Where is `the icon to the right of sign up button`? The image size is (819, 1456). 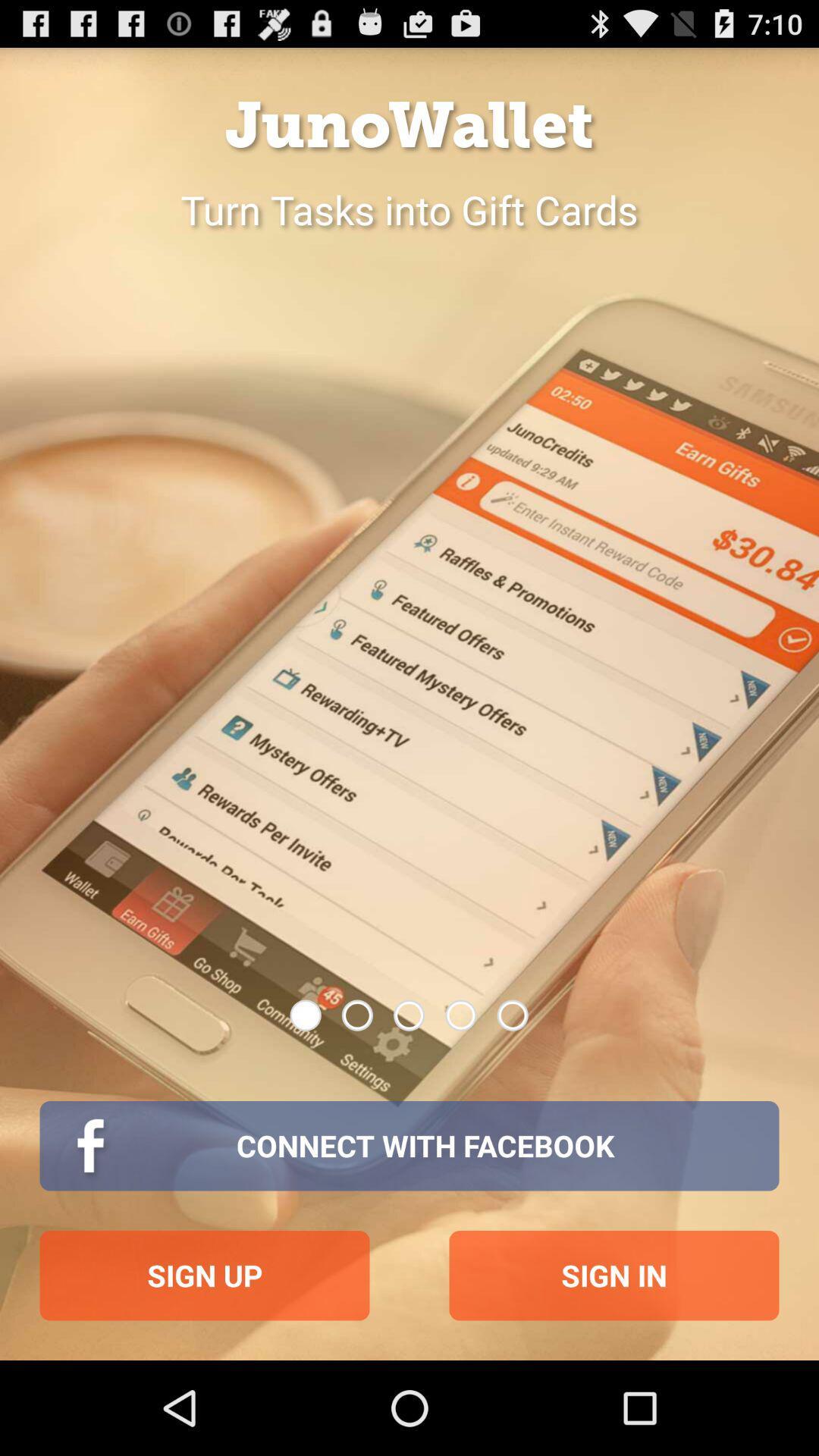
the icon to the right of sign up button is located at coordinates (614, 1275).